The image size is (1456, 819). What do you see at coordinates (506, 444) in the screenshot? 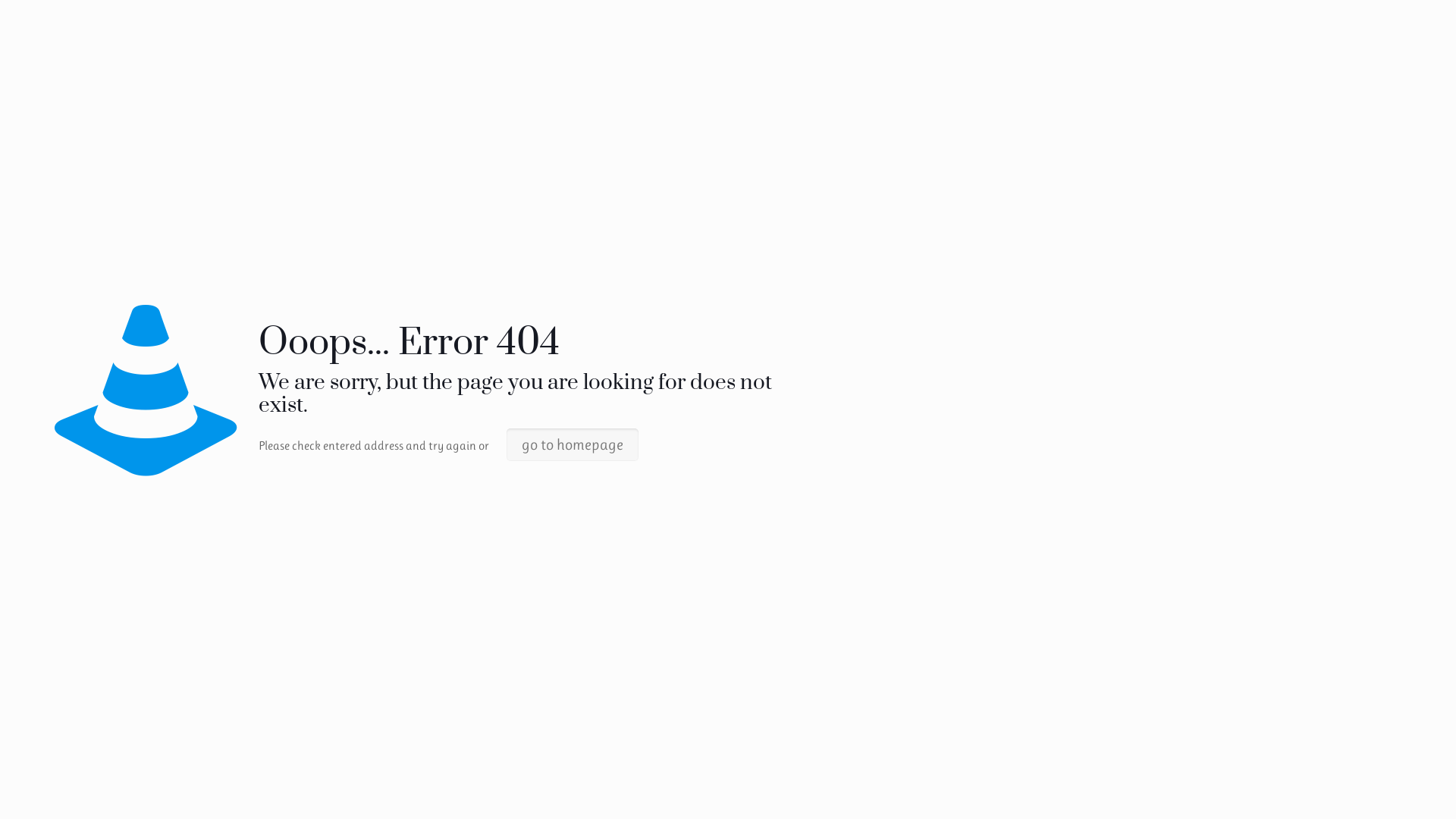
I see `'go to homepage'` at bounding box center [506, 444].